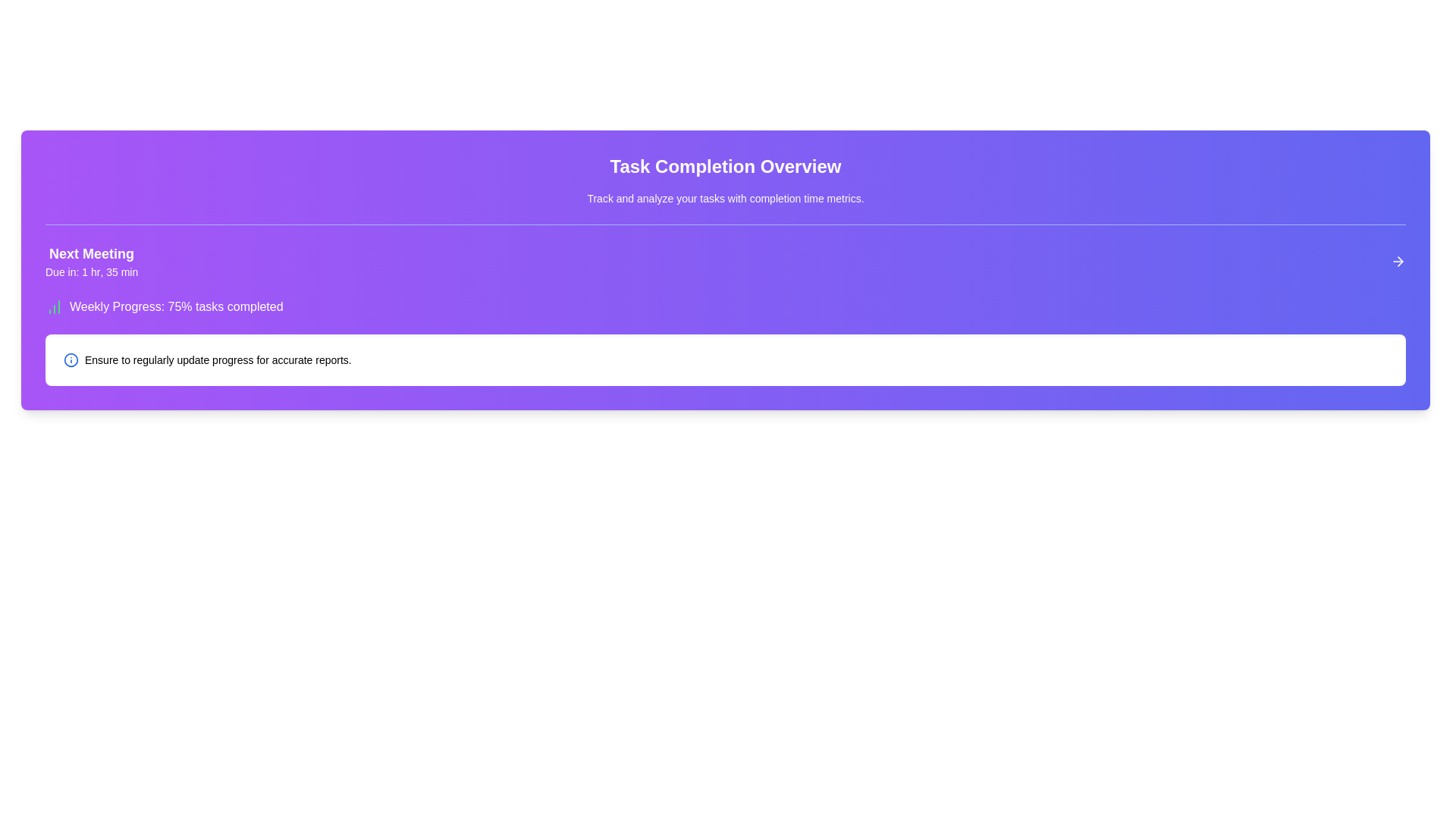 This screenshot has height=819, width=1456. What do you see at coordinates (55, 307) in the screenshot?
I see `the progress icon located at the leftmost side of the horizontal layout next to the text 'Weekly Progress: 75% tasks completed'` at bounding box center [55, 307].